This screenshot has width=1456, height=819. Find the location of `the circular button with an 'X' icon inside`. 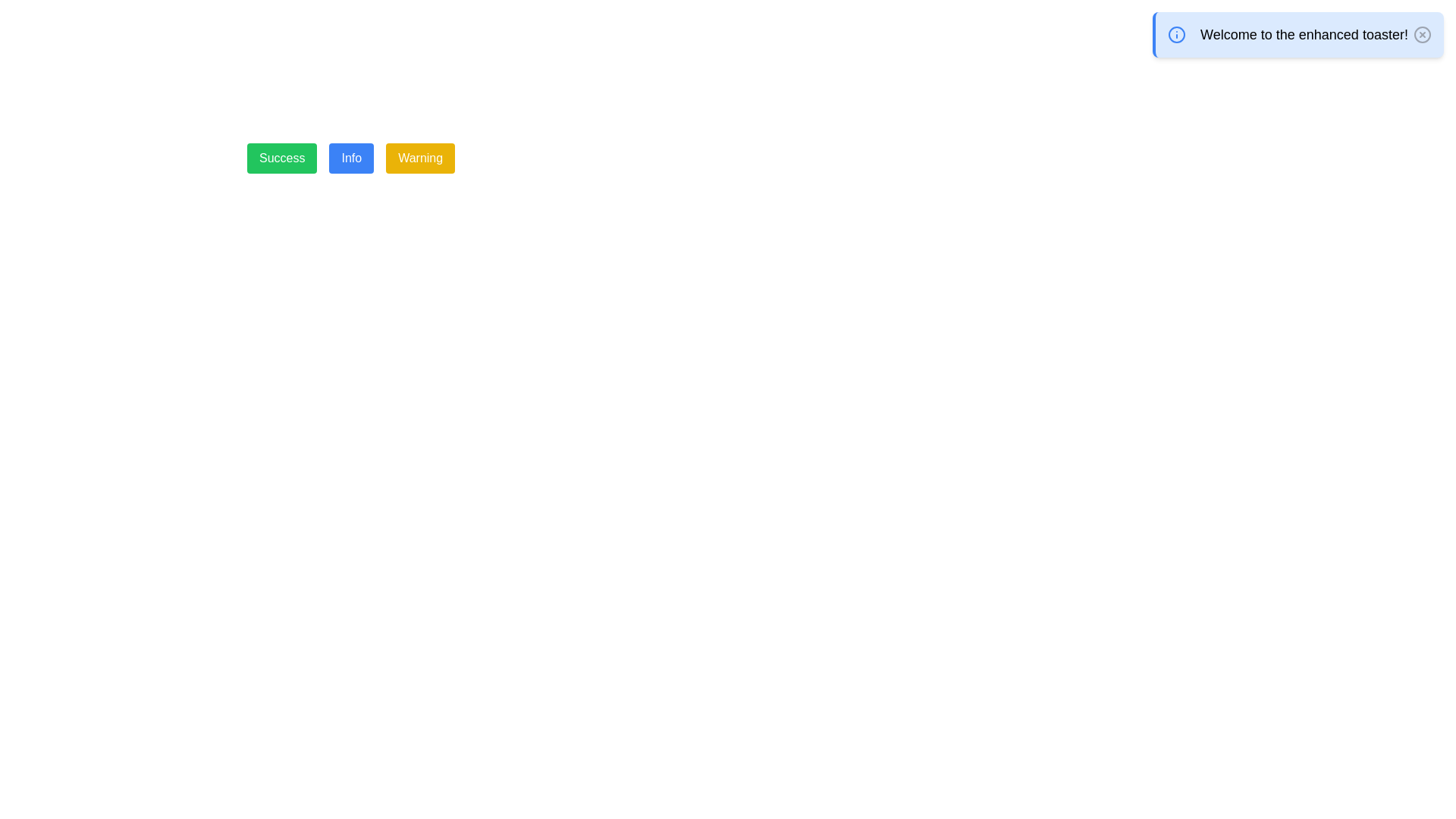

the circular button with an 'X' icon inside is located at coordinates (1422, 34).